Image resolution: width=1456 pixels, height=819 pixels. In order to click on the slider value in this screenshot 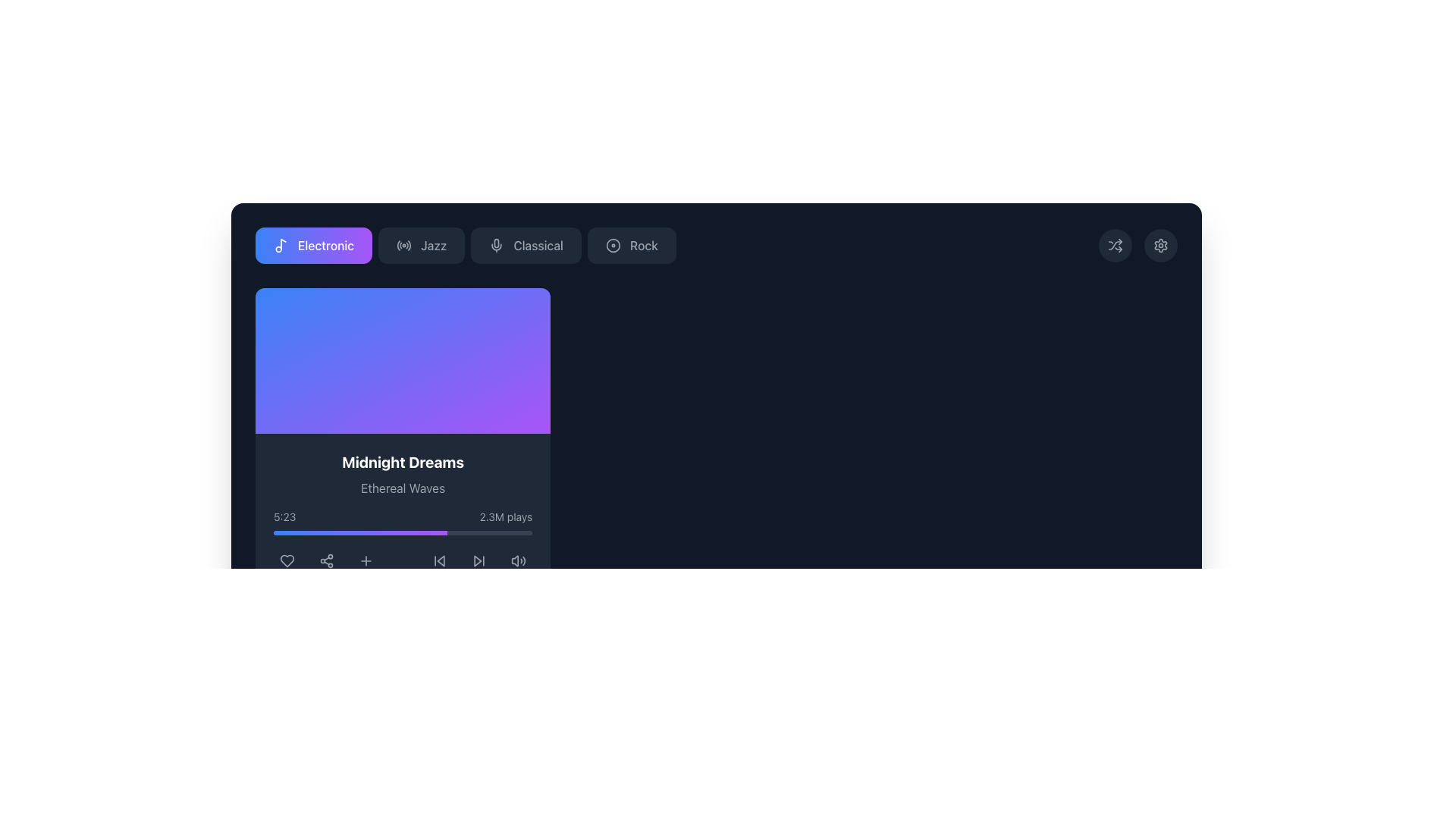, I will do `click(322, 532)`.